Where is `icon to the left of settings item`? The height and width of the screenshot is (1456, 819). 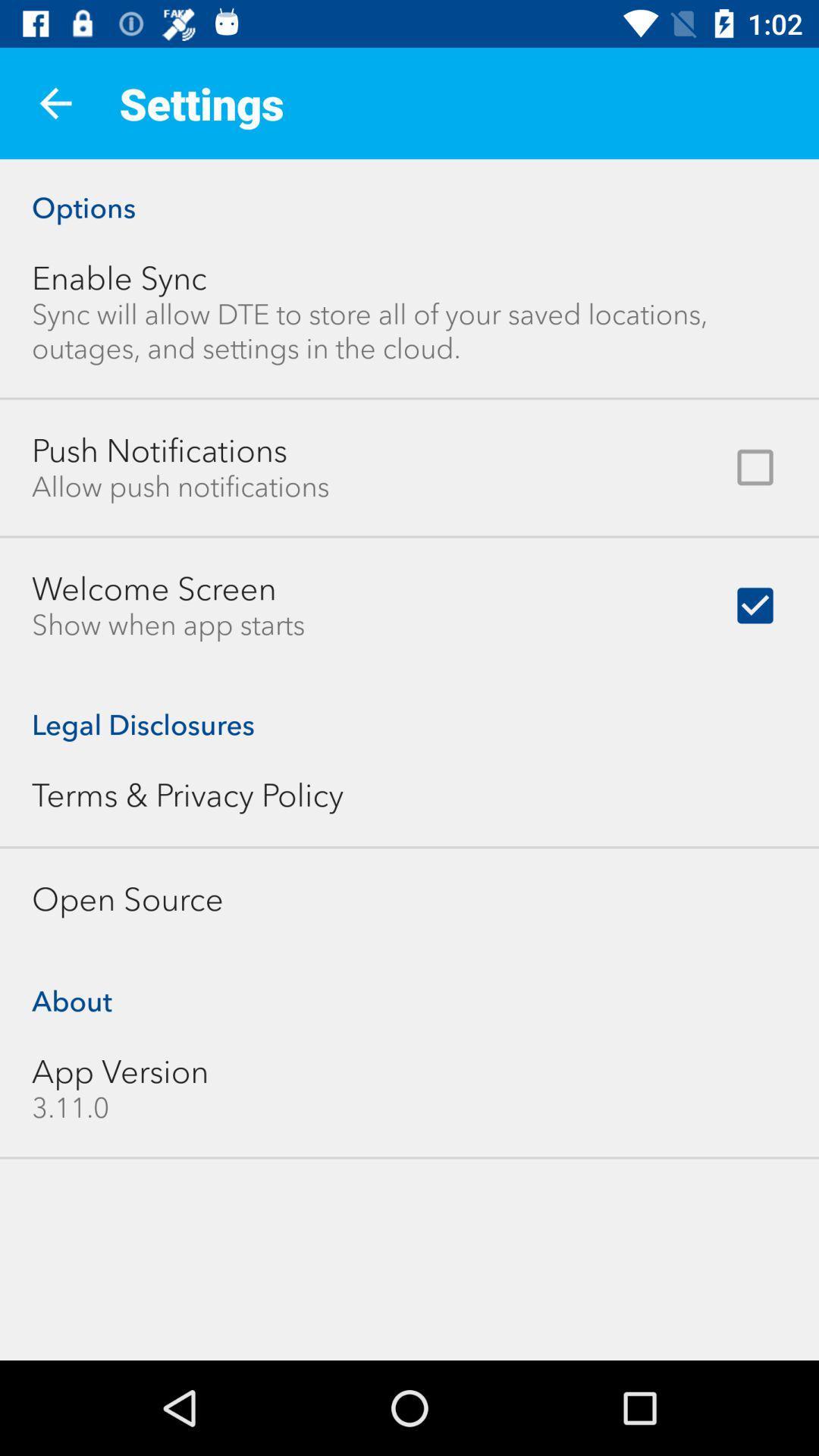
icon to the left of settings item is located at coordinates (55, 102).